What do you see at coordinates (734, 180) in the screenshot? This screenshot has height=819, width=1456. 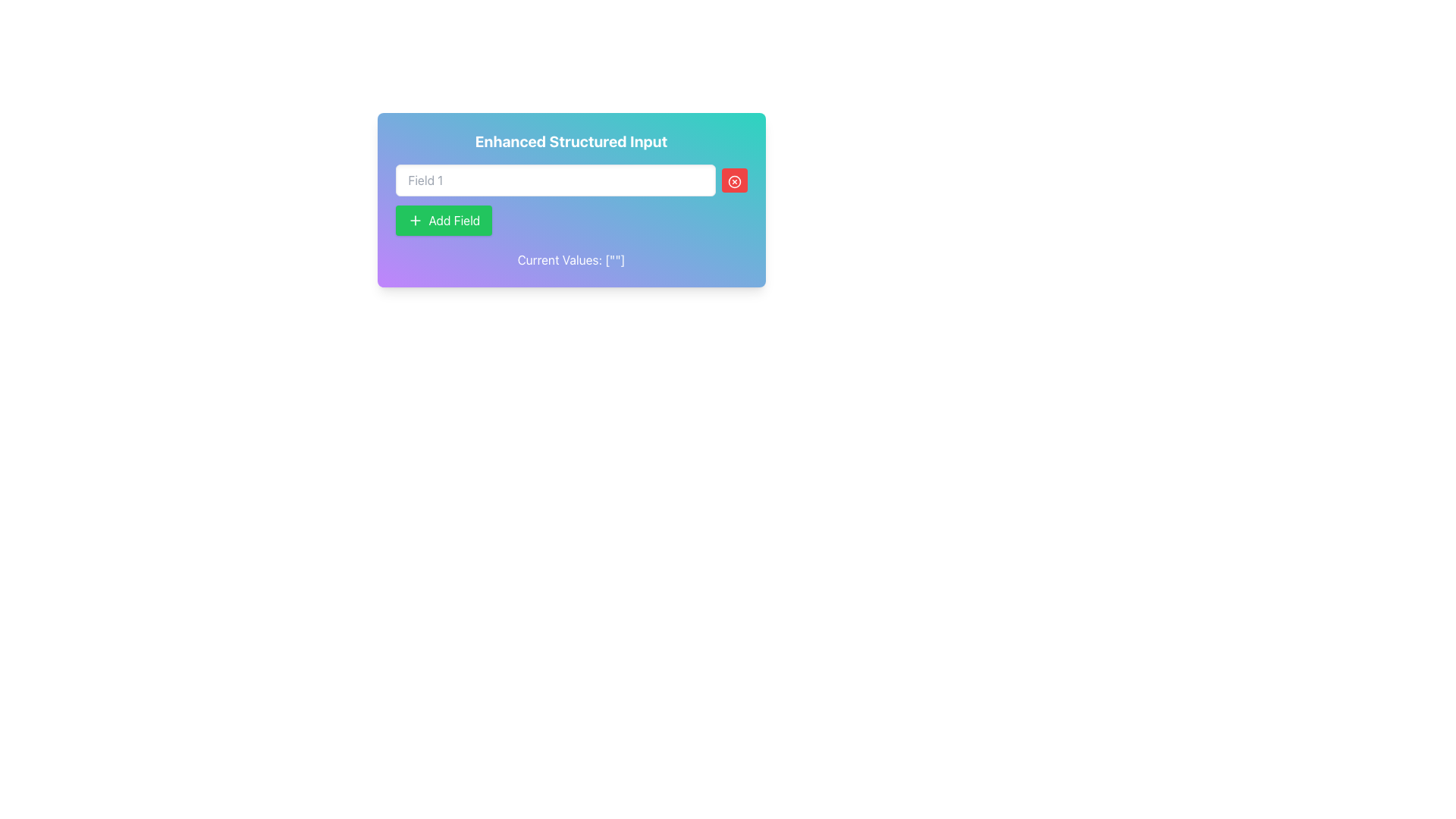 I see `the red button with a circular 'X' icon located to the immediate right of the input field labeled 'Field 1'` at bounding box center [734, 180].